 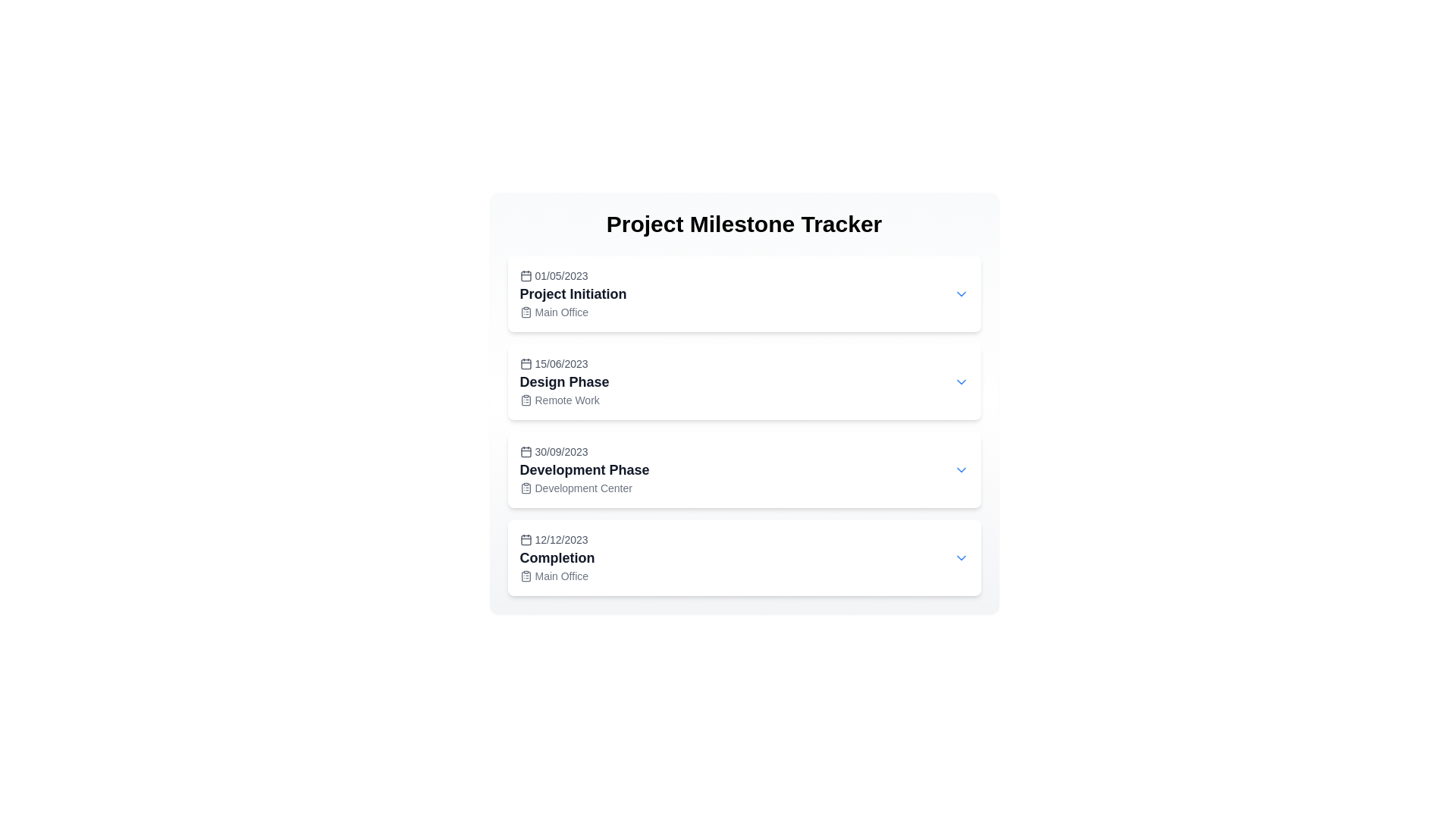 I want to click on the calendar icon, which is gray and located to the left of the date '12/12/2023' in the fourth row of list items, so click(x=526, y=539).